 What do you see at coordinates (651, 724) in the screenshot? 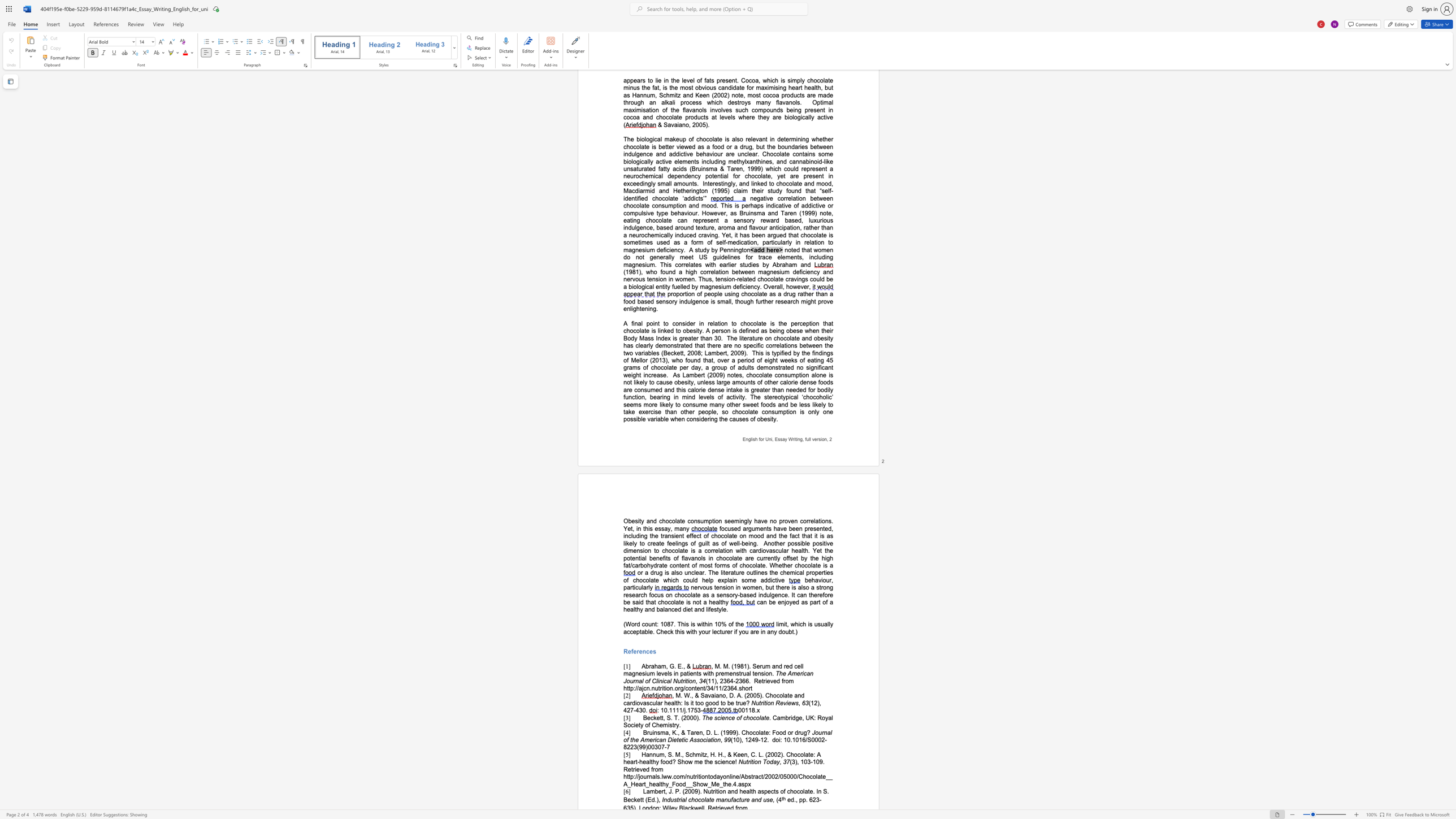
I see `the subset text "Chemist" within the text ". Cambridge, UK: Royal Society of Chemistry."` at bounding box center [651, 724].